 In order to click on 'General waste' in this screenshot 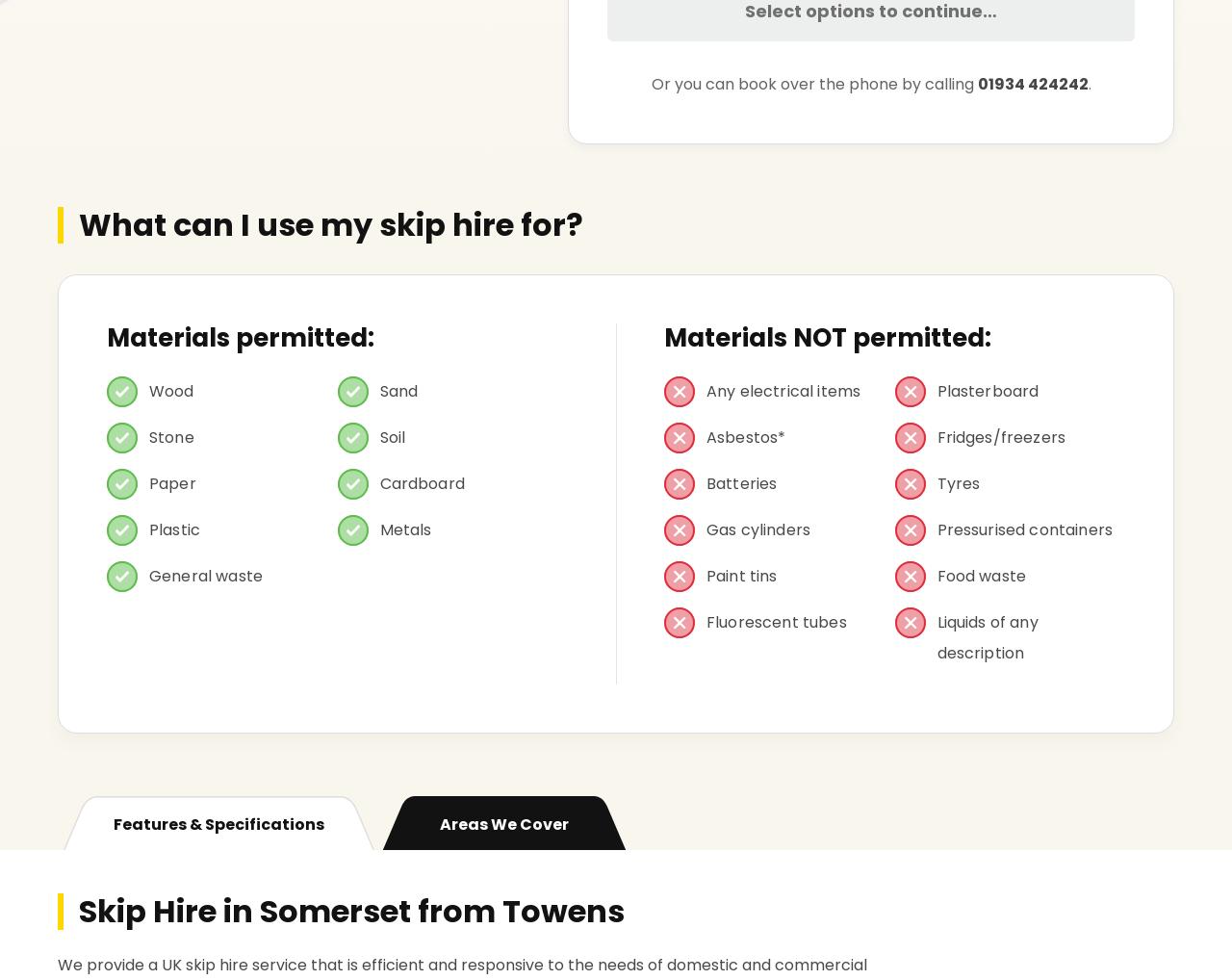, I will do `click(206, 576)`.